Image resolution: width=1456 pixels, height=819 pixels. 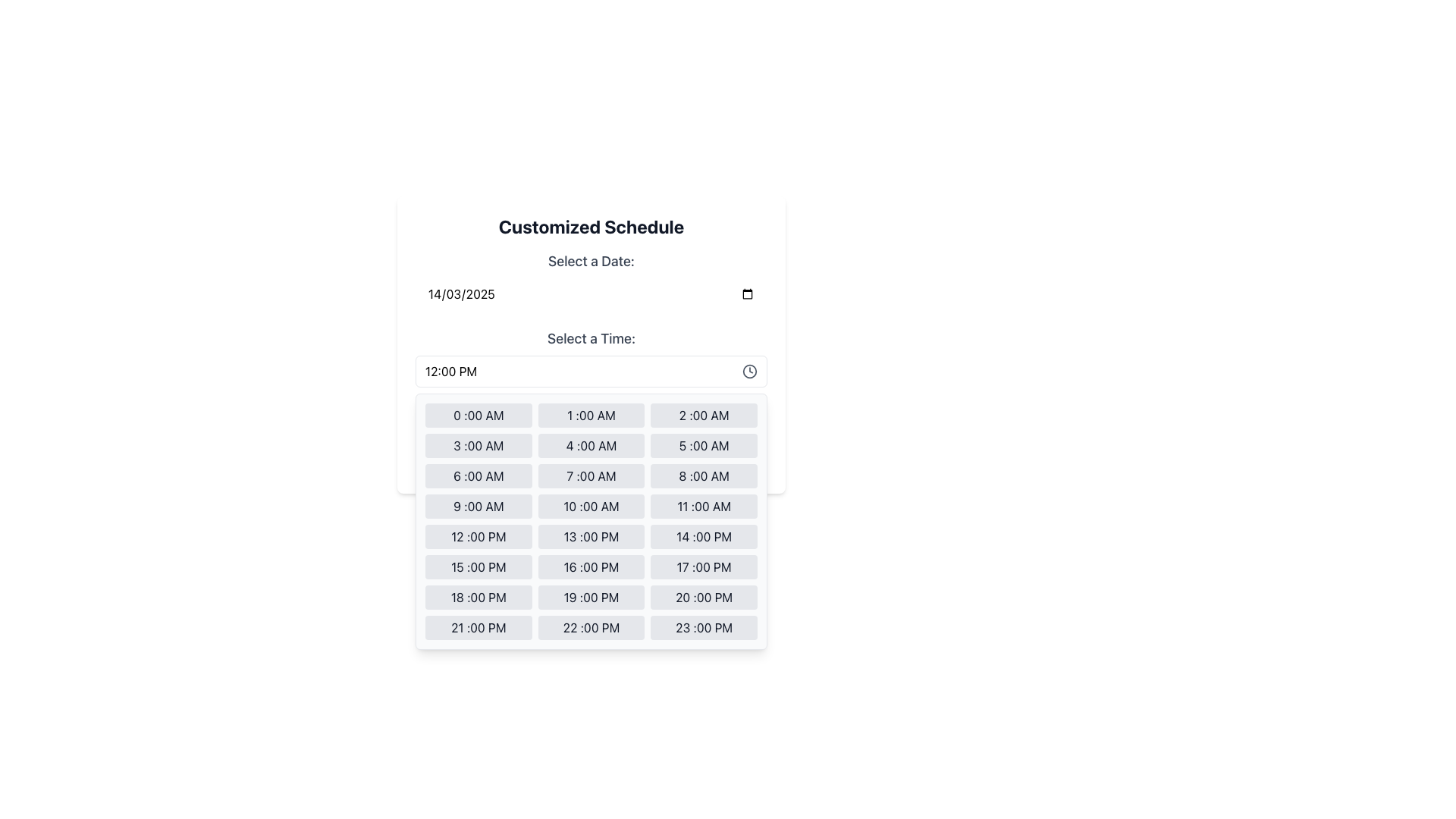 I want to click on outer boundary circle of the clock icon for debugging purposes by clicking on it, so click(x=749, y=371).